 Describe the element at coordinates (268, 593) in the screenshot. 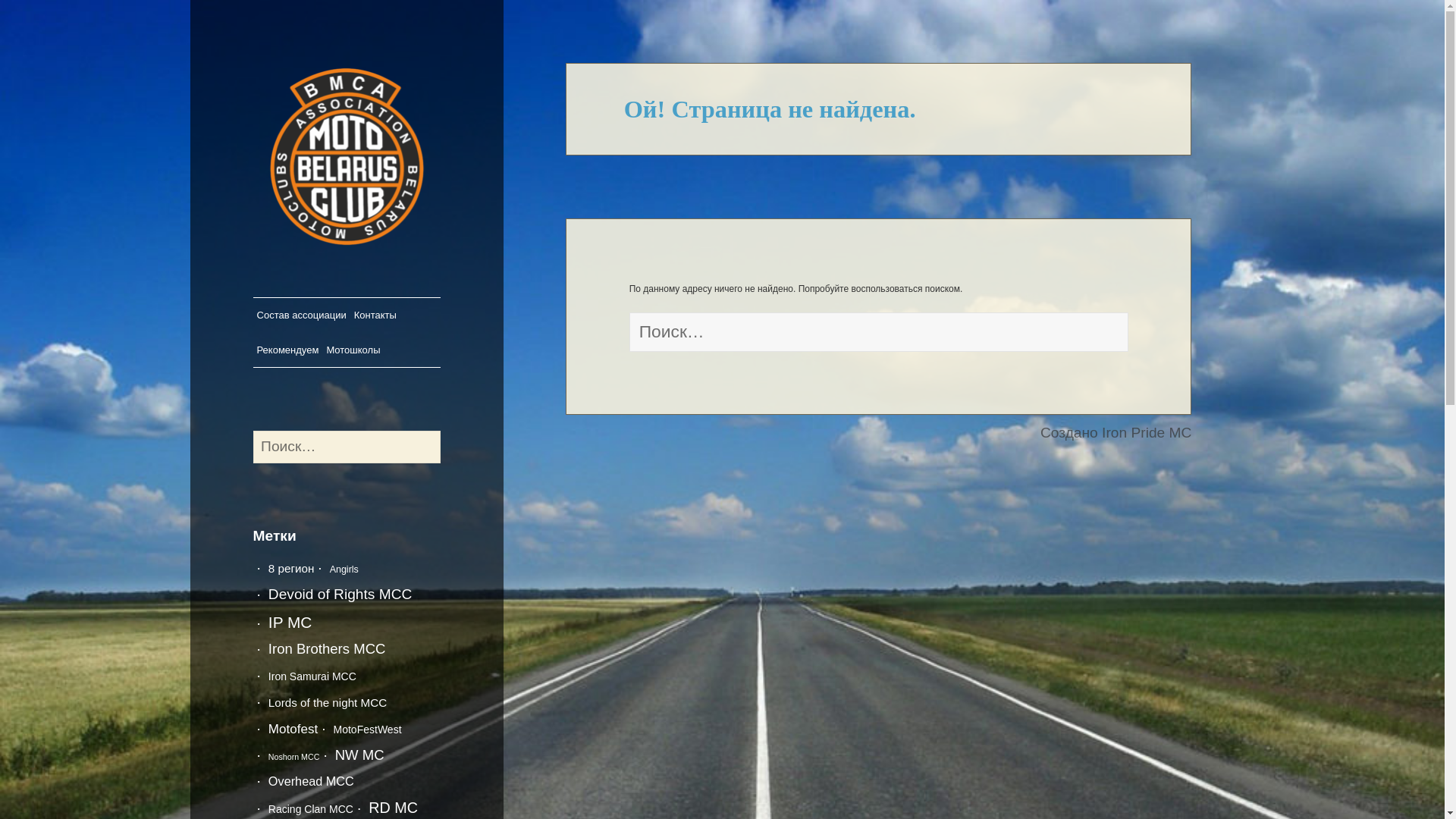

I see `'Devoid of Rights MCC'` at that location.